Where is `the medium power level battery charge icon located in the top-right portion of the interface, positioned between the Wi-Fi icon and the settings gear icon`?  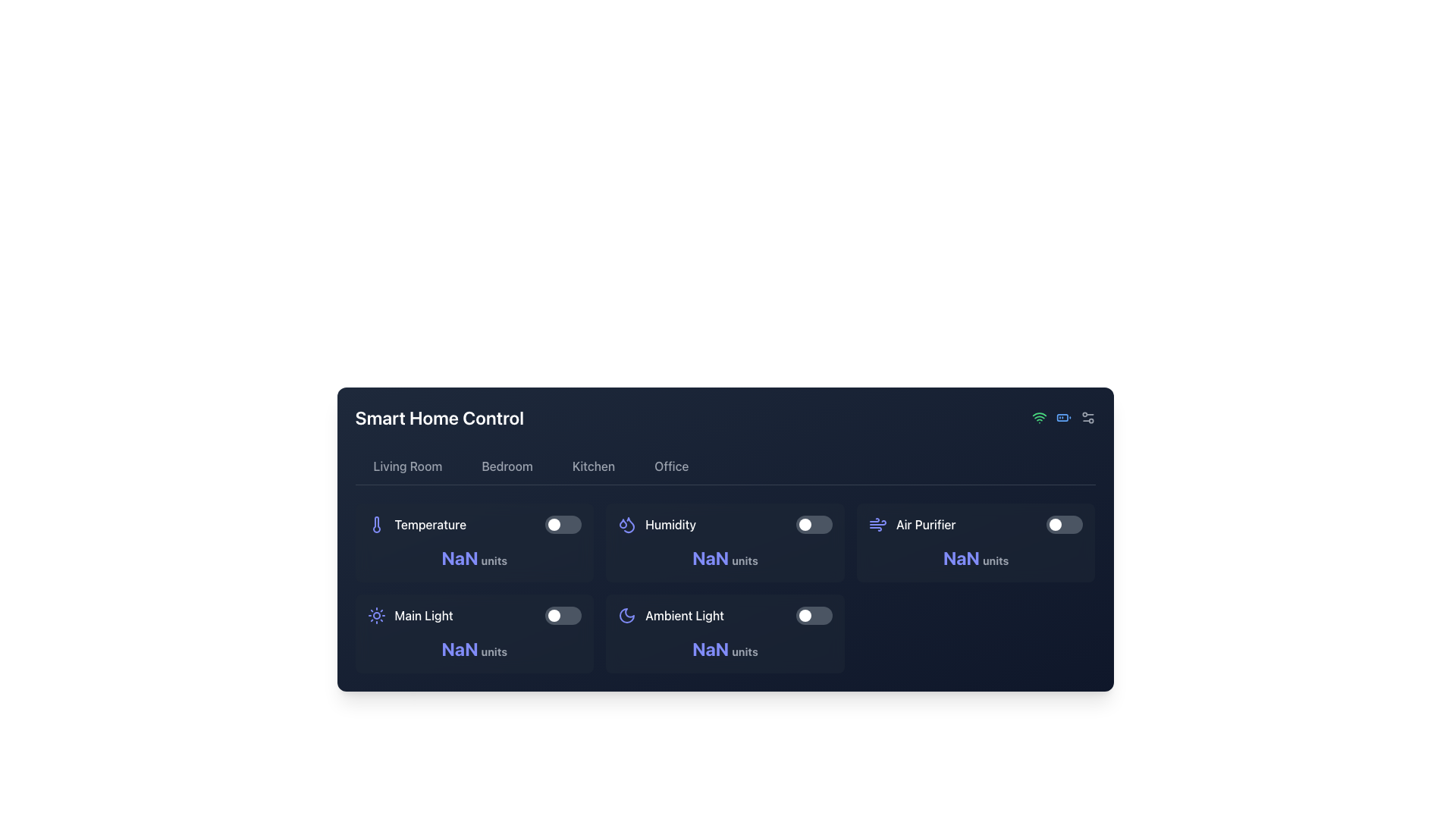 the medium power level battery charge icon located in the top-right portion of the interface, positioned between the Wi-Fi icon and the settings gear icon is located at coordinates (1062, 418).